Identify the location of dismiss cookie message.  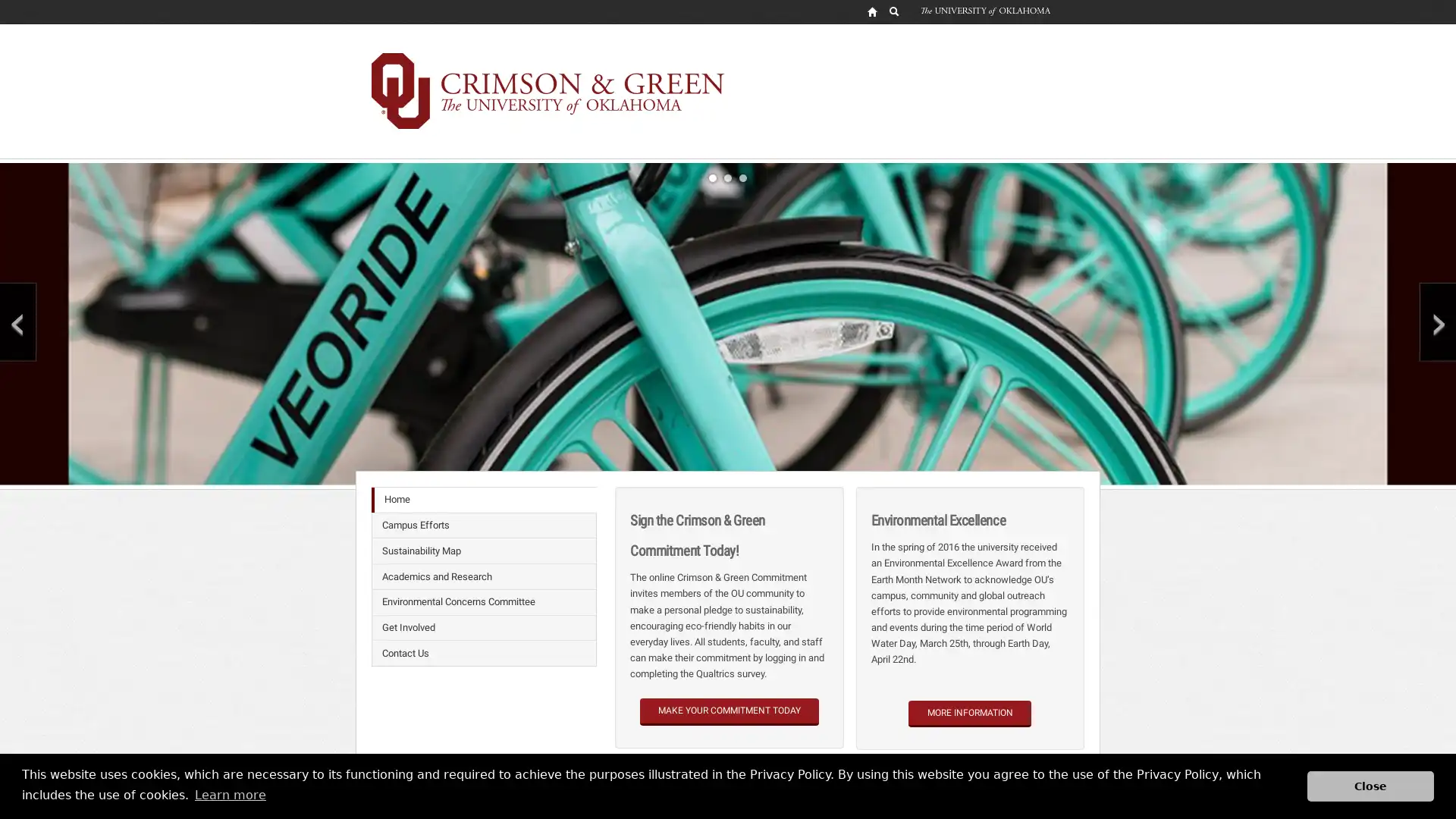
(1370, 785).